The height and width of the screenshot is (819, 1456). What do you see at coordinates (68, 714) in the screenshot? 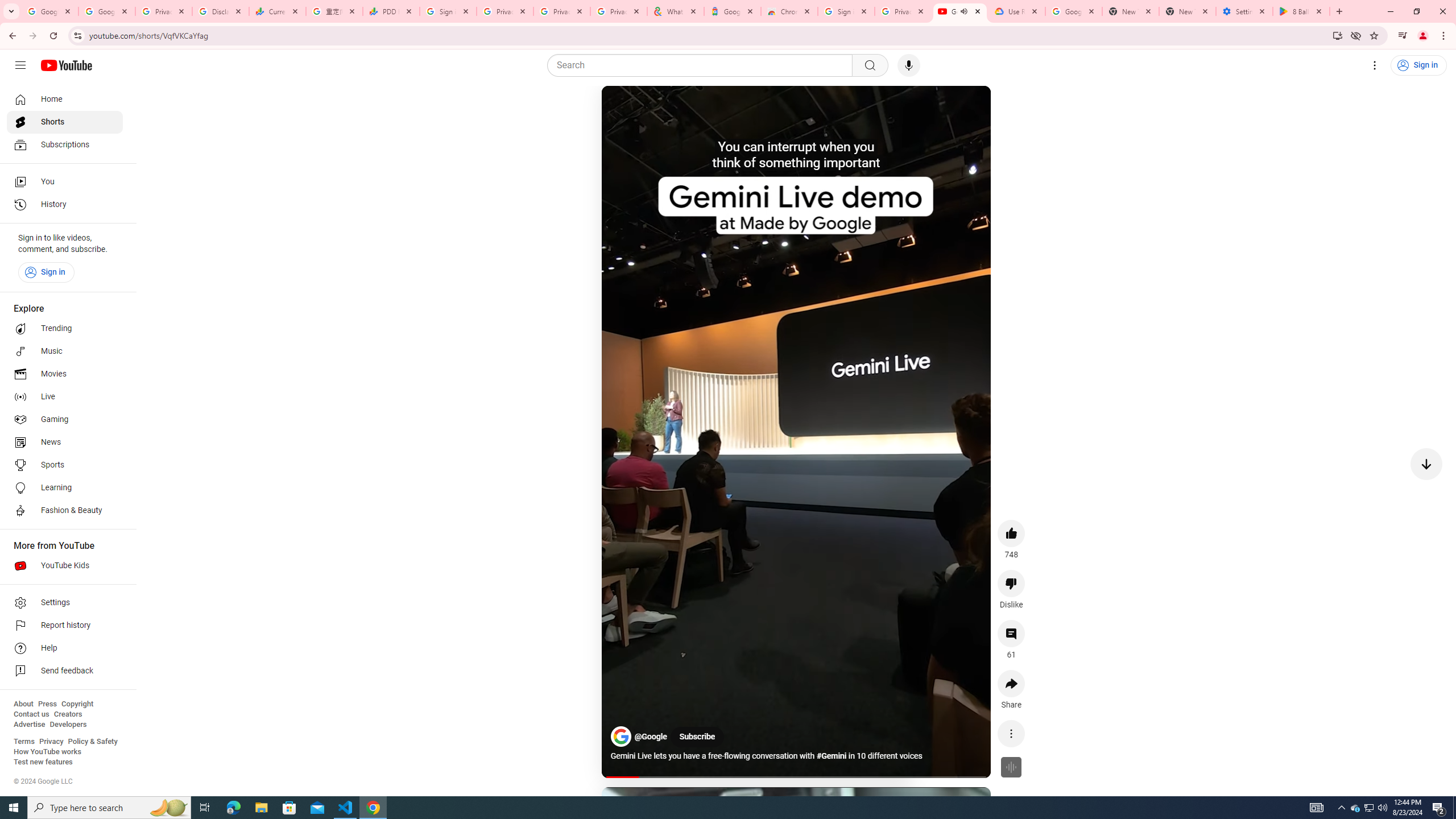
I see `'Creators'` at bounding box center [68, 714].